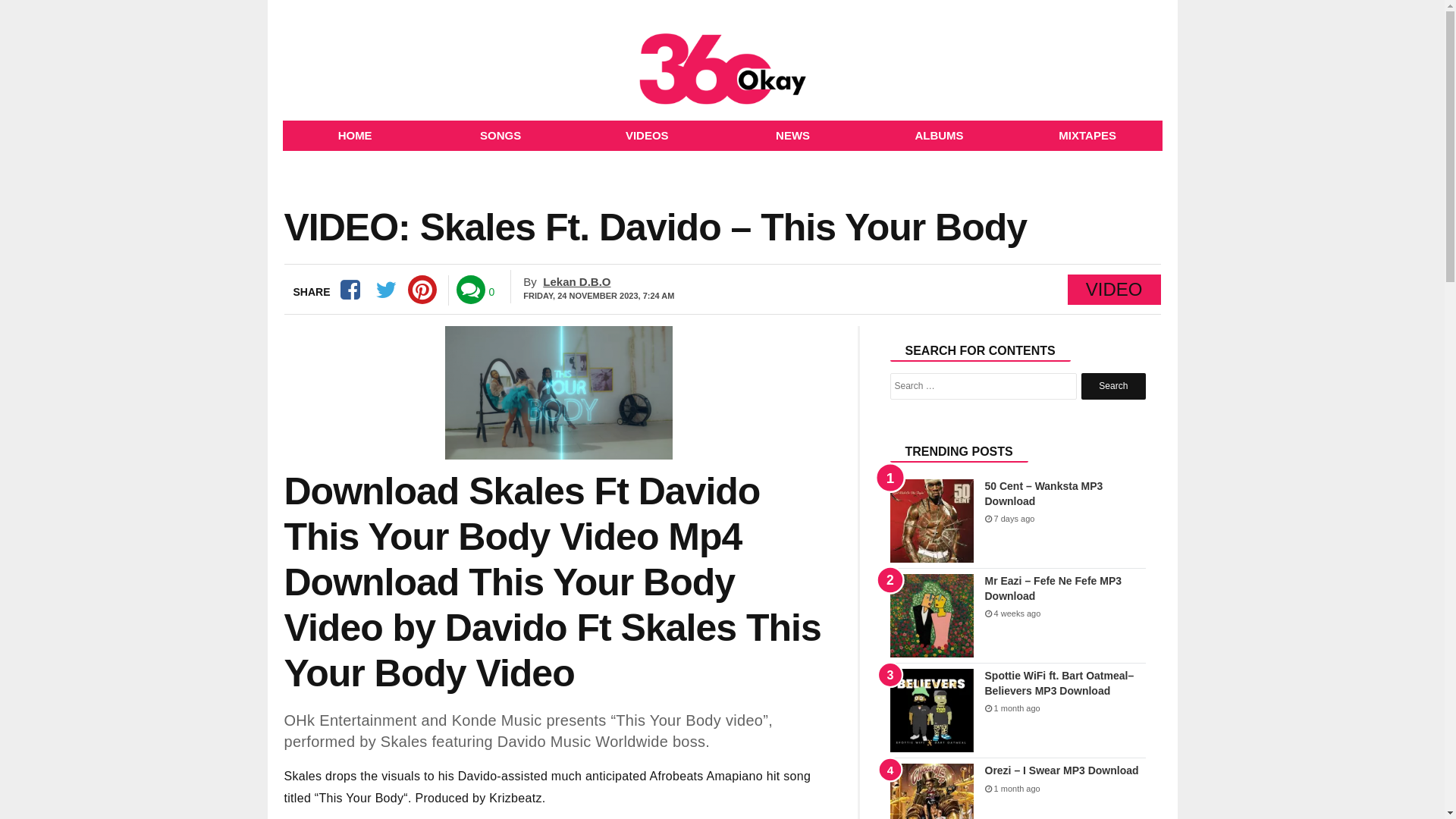 The height and width of the screenshot is (819, 1456). What do you see at coordinates (385, 289) in the screenshot?
I see `'Twitter'` at bounding box center [385, 289].